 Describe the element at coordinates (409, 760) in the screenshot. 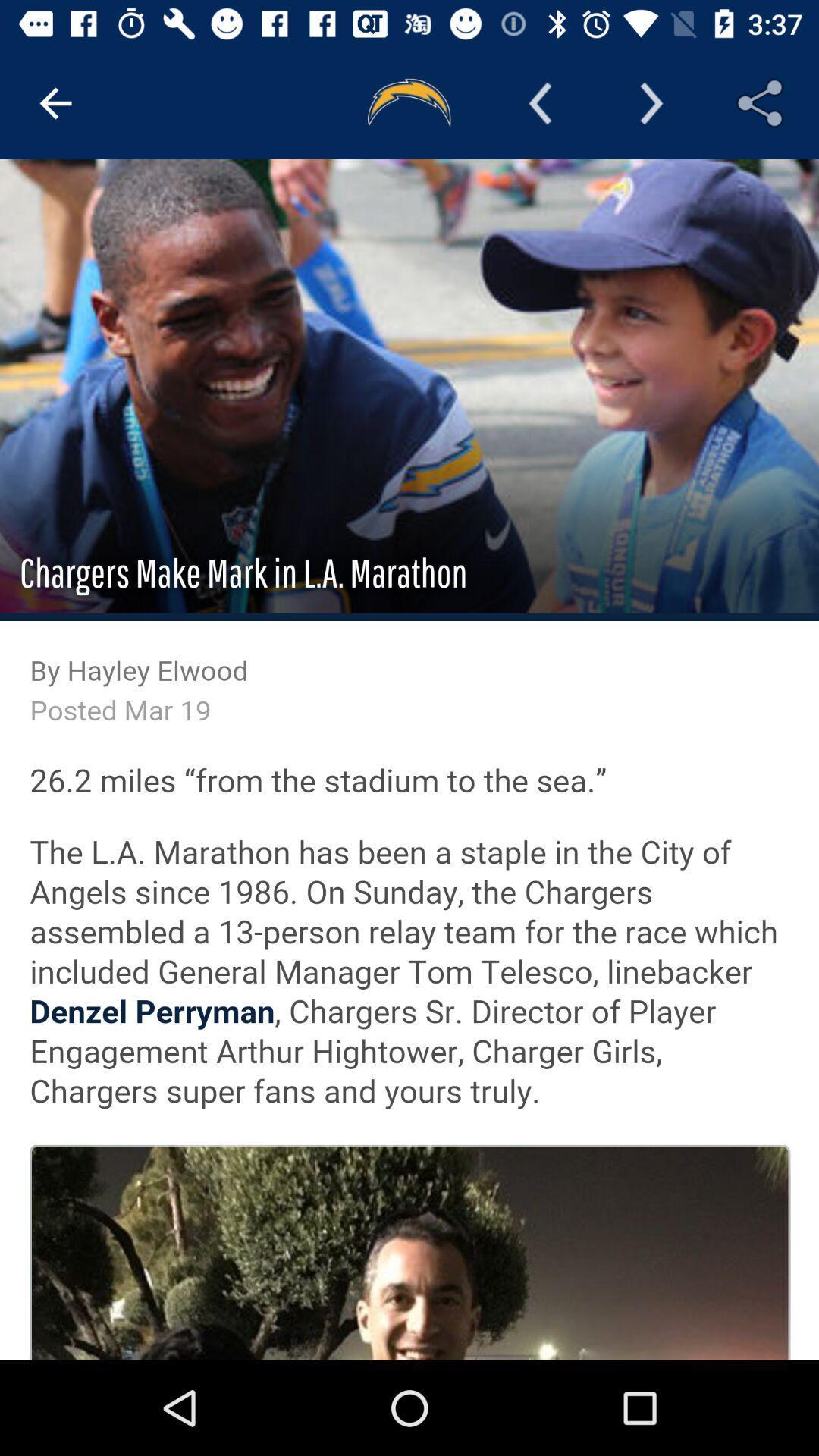

I see `description` at that location.